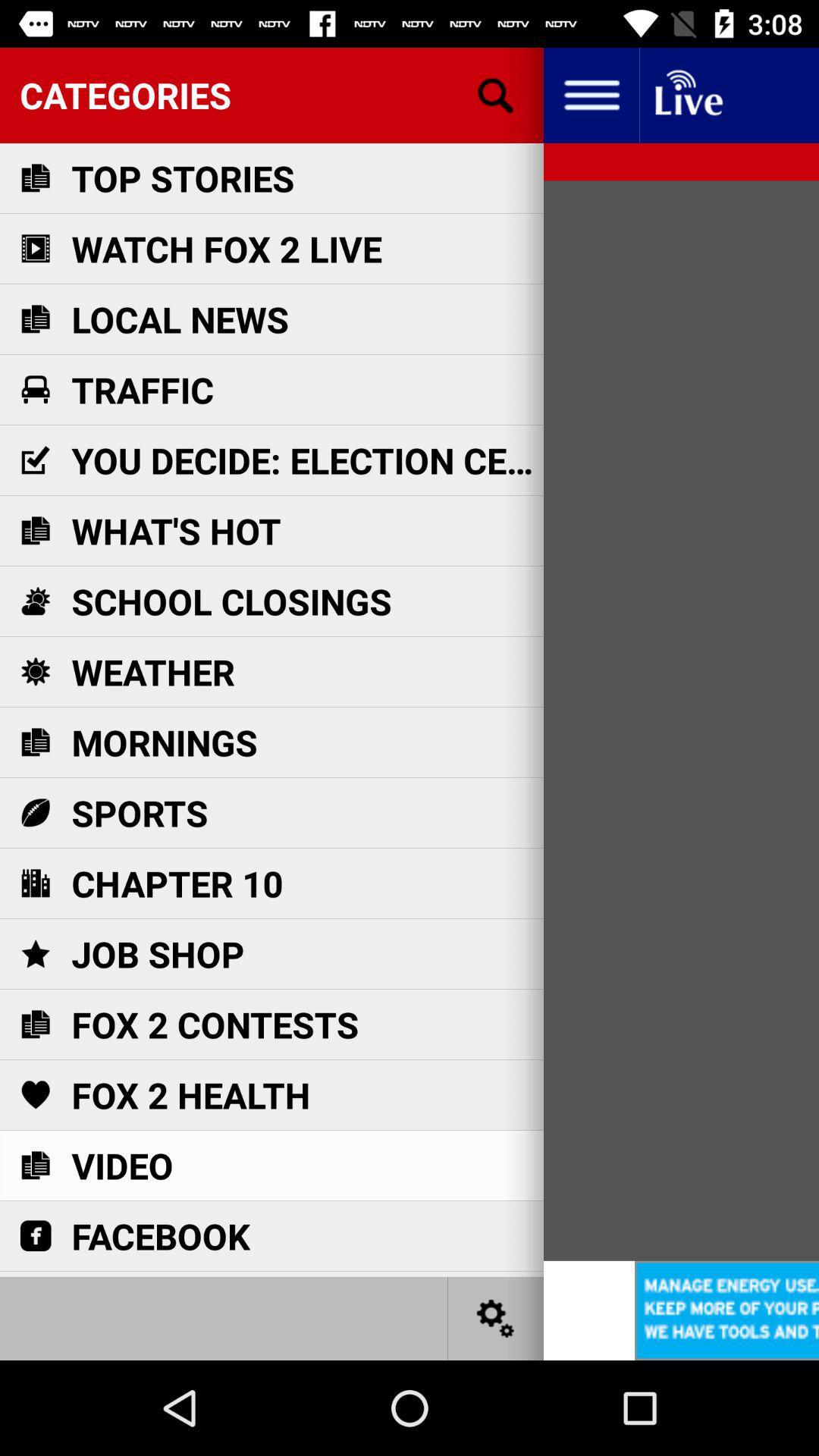 The width and height of the screenshot is (819, 1456). I want to click on the settings icon, so click(496, 1317).